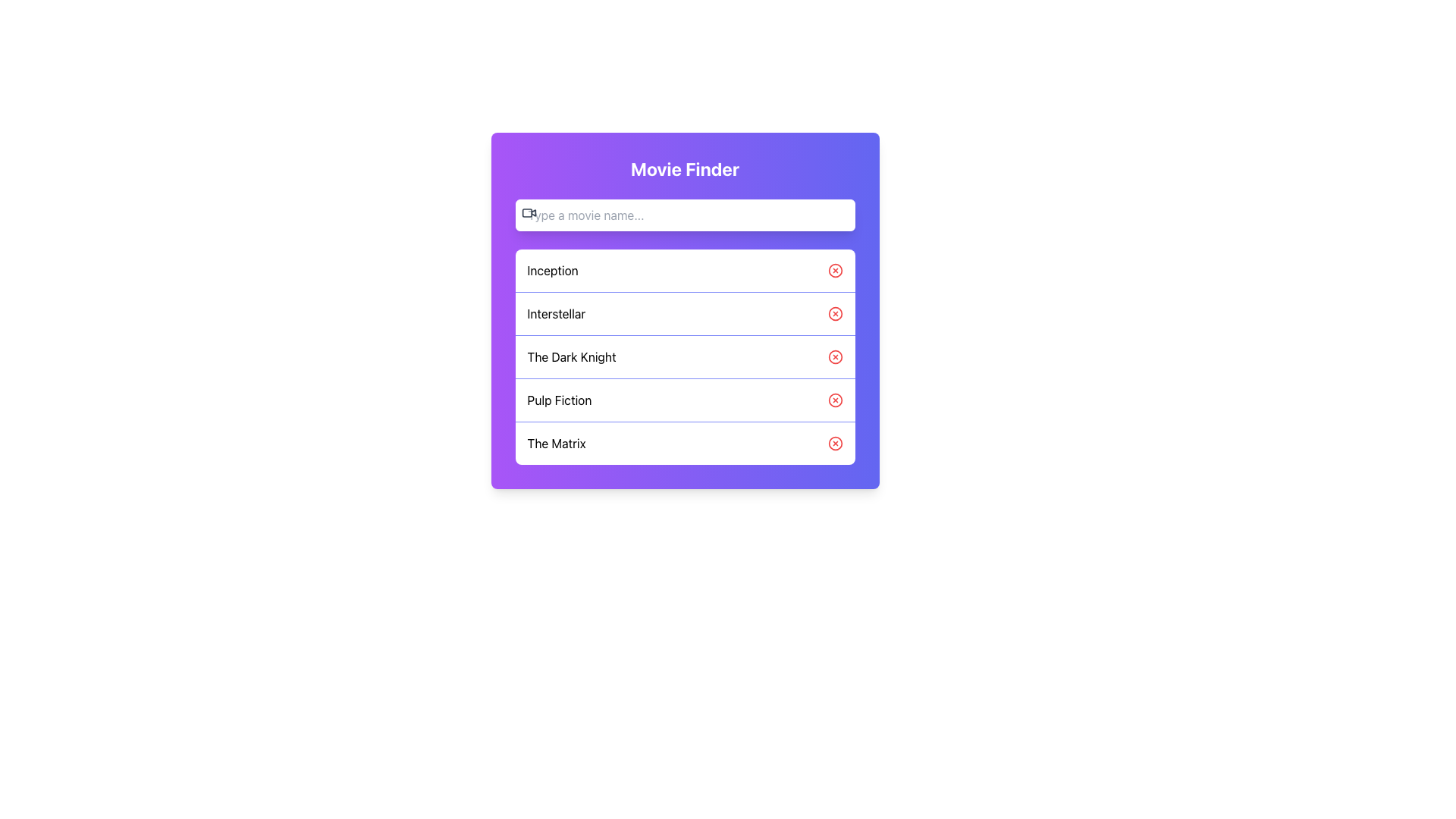 The image size is (1456, 819). I want to click on the List Item displaying the movie title 'Interstellar', so click(684, 309).